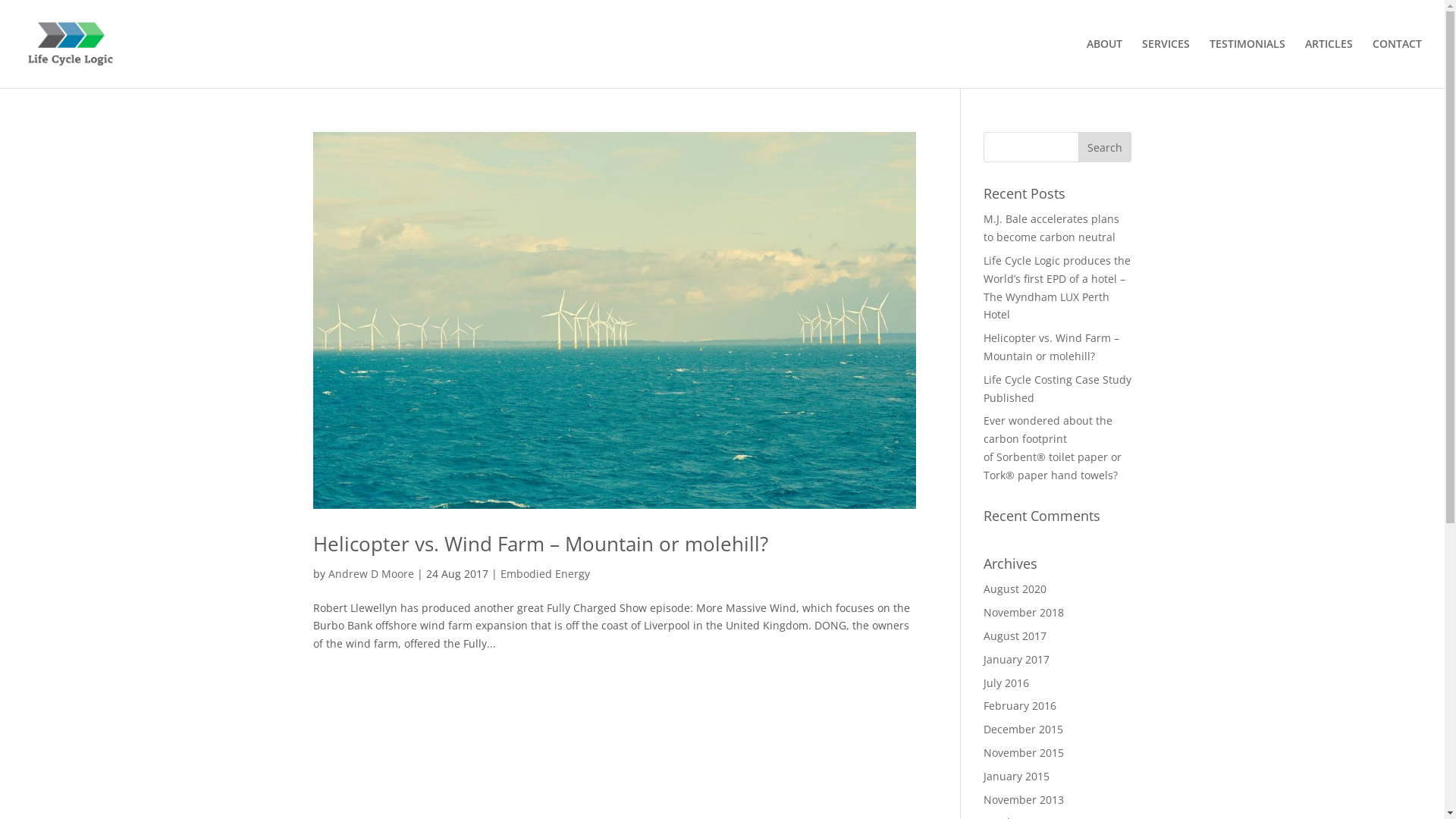 Image resolution: width=1456 pixels, height=819 pixels. Describe the element at coordinates (1019, 705) in the screenshot. I see `'February 2016'` at that location.